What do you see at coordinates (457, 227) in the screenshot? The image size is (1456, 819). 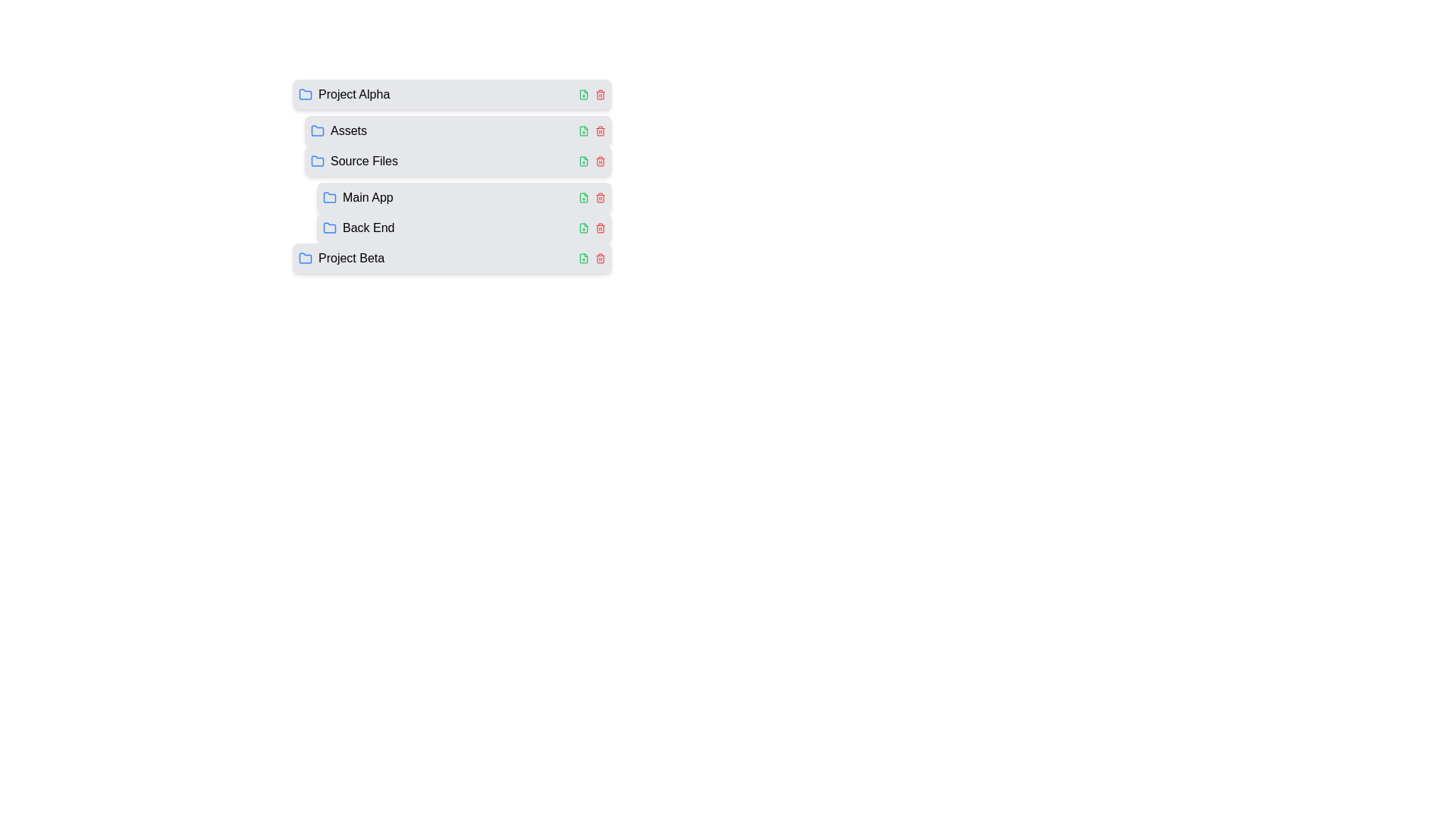 I see `the 'Back End' row item in the vertical list` at bounding box center [457, 227].